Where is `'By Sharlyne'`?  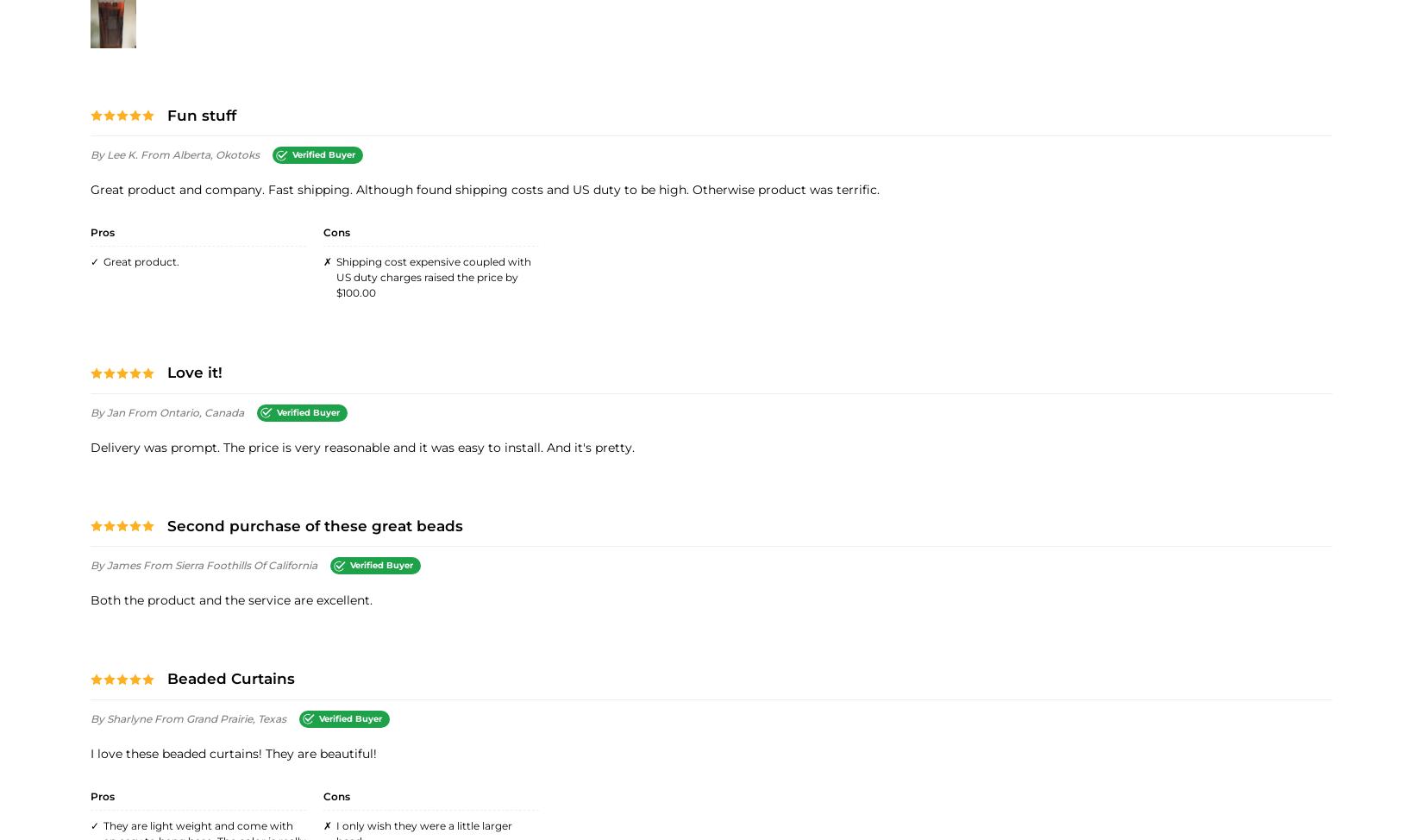
'By Sharlyne' is located at coordinates (90, 718).